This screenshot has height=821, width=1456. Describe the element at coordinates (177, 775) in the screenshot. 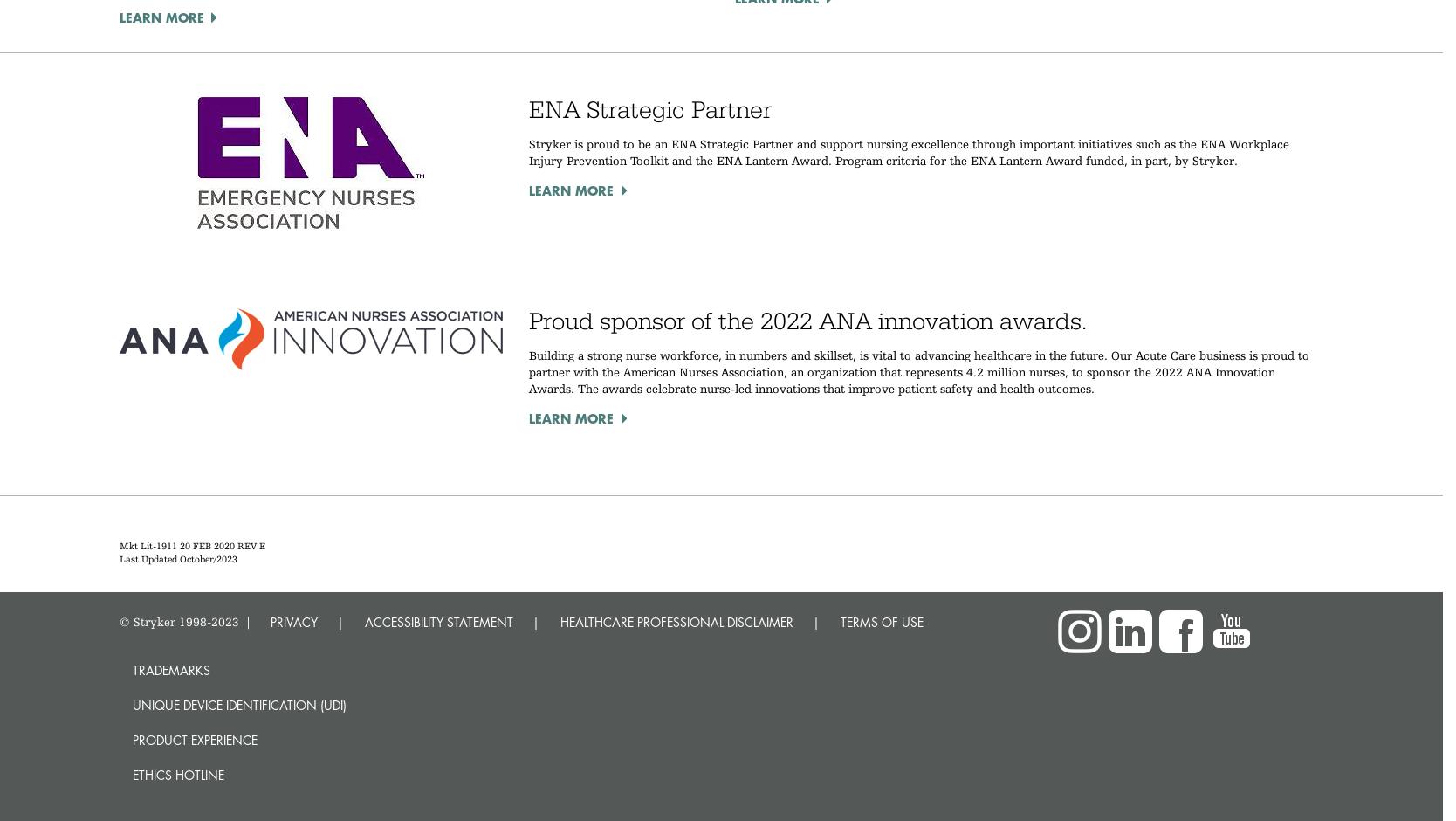

I see `'Ethics hotline'` at that location.